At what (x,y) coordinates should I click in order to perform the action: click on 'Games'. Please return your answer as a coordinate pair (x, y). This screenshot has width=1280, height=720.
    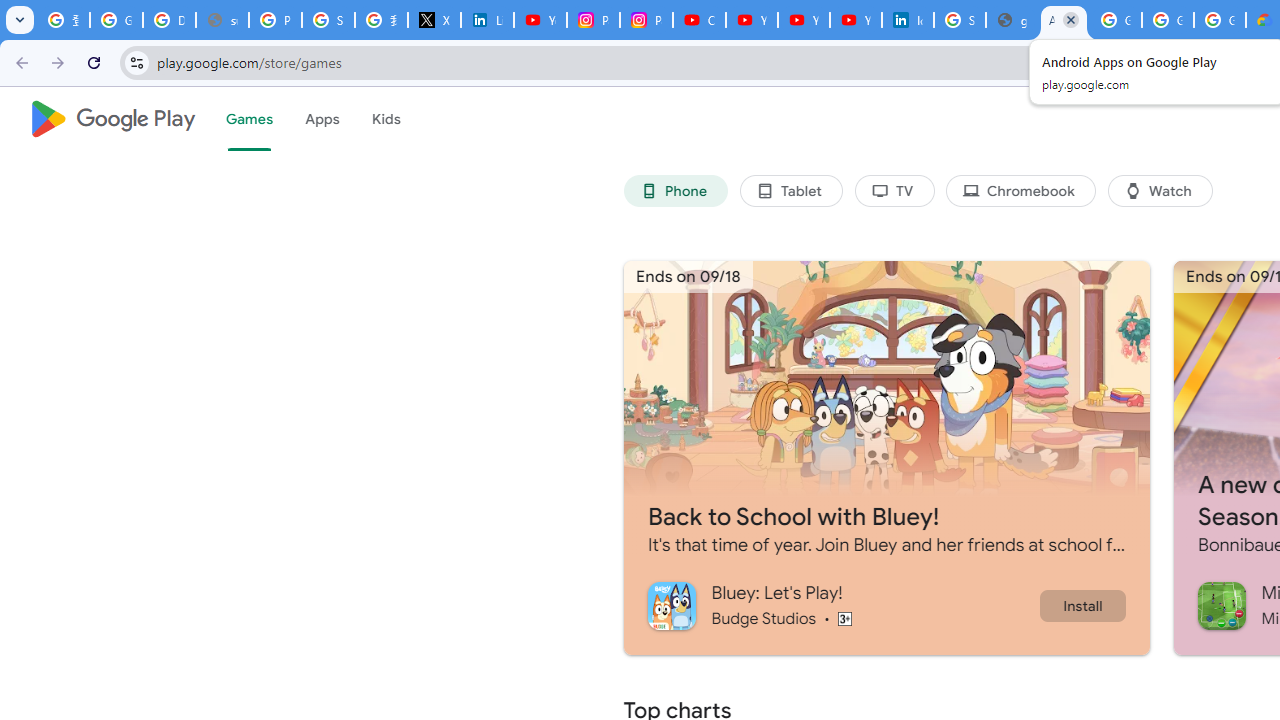
    Looking at the image, I should click on (247, 119).